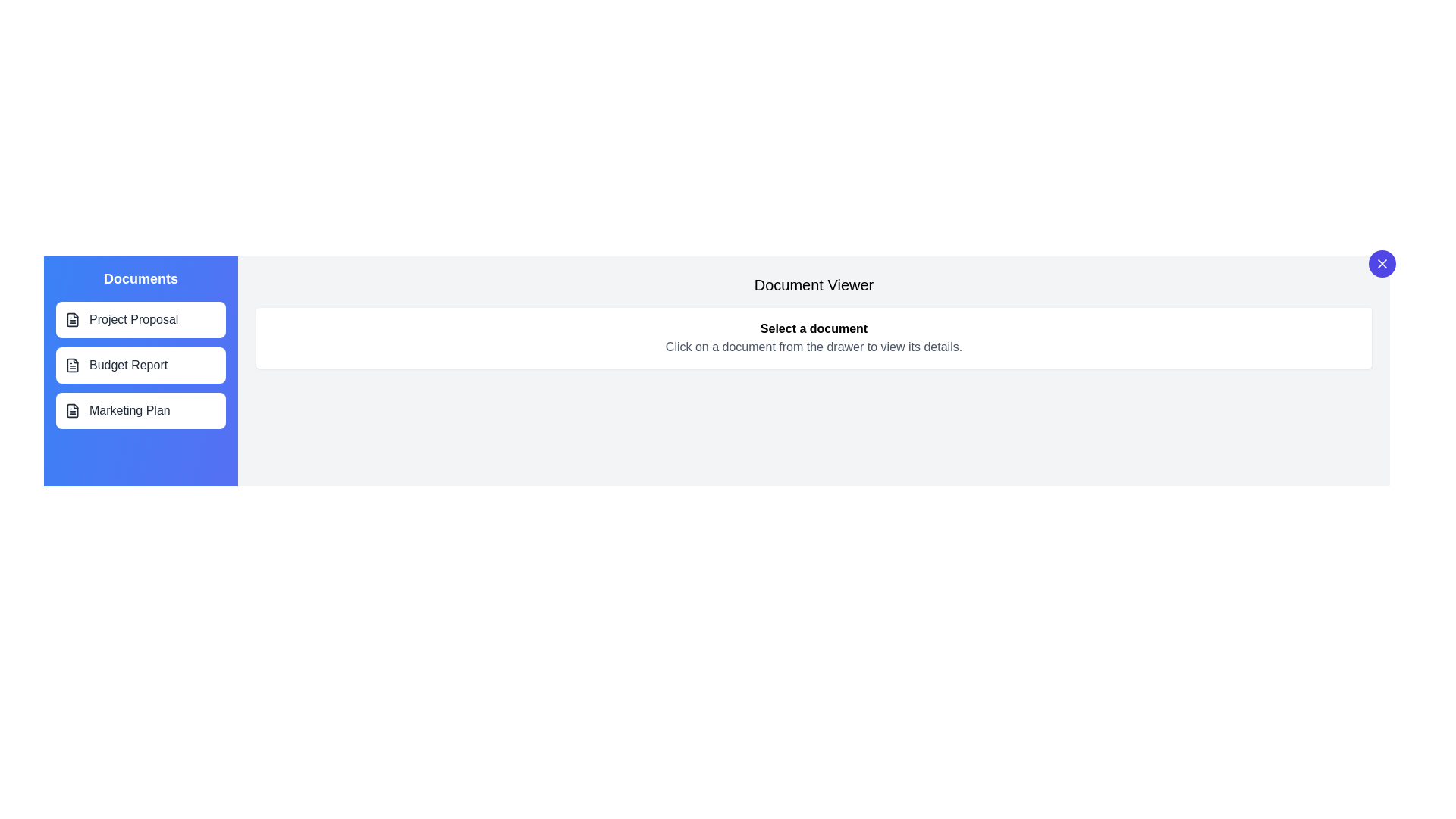  I want to click on top-right button to toggle the drawer's visibility, so click(1382, 262).